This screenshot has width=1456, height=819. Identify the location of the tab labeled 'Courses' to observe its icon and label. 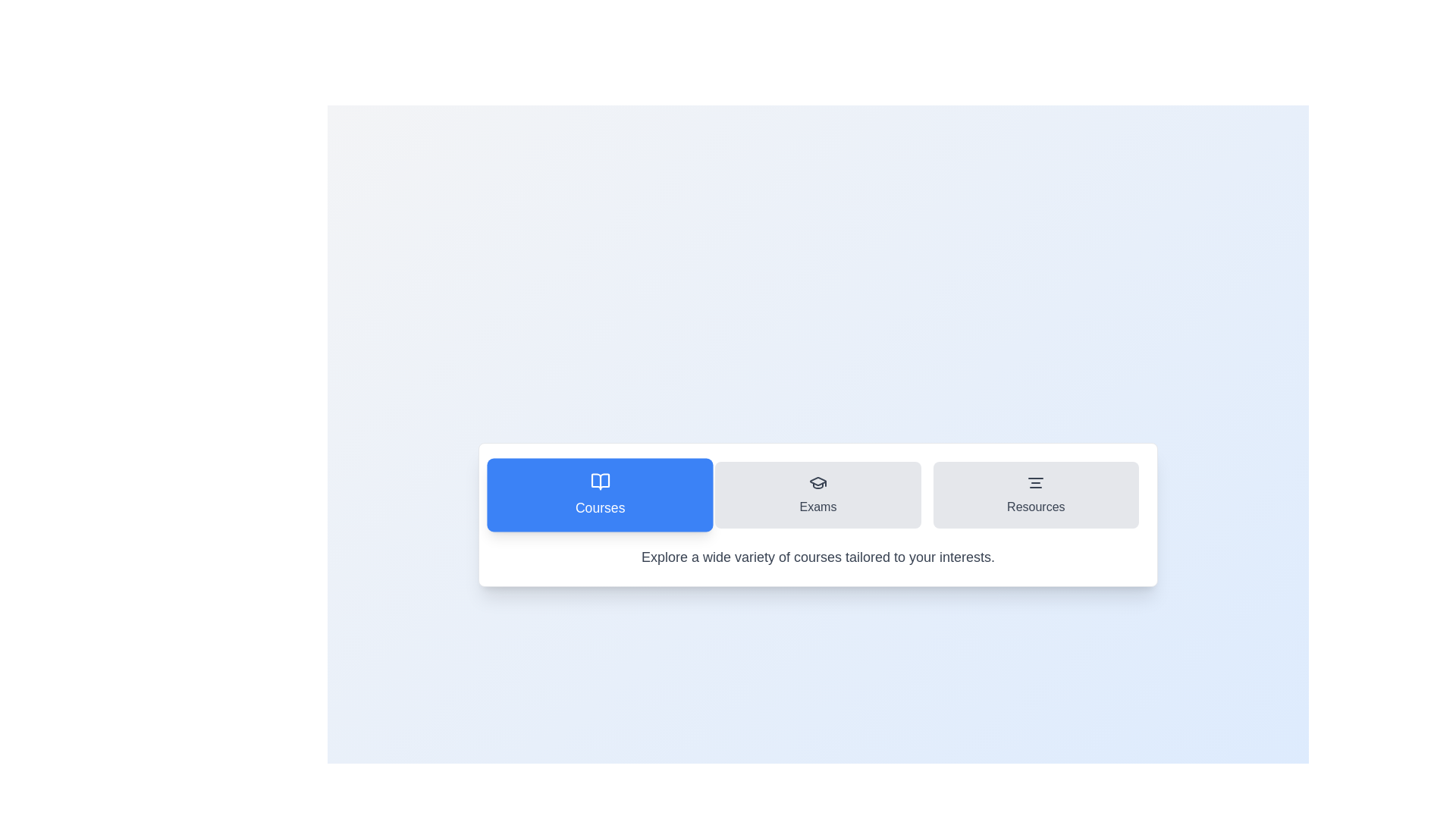
(599, 494).